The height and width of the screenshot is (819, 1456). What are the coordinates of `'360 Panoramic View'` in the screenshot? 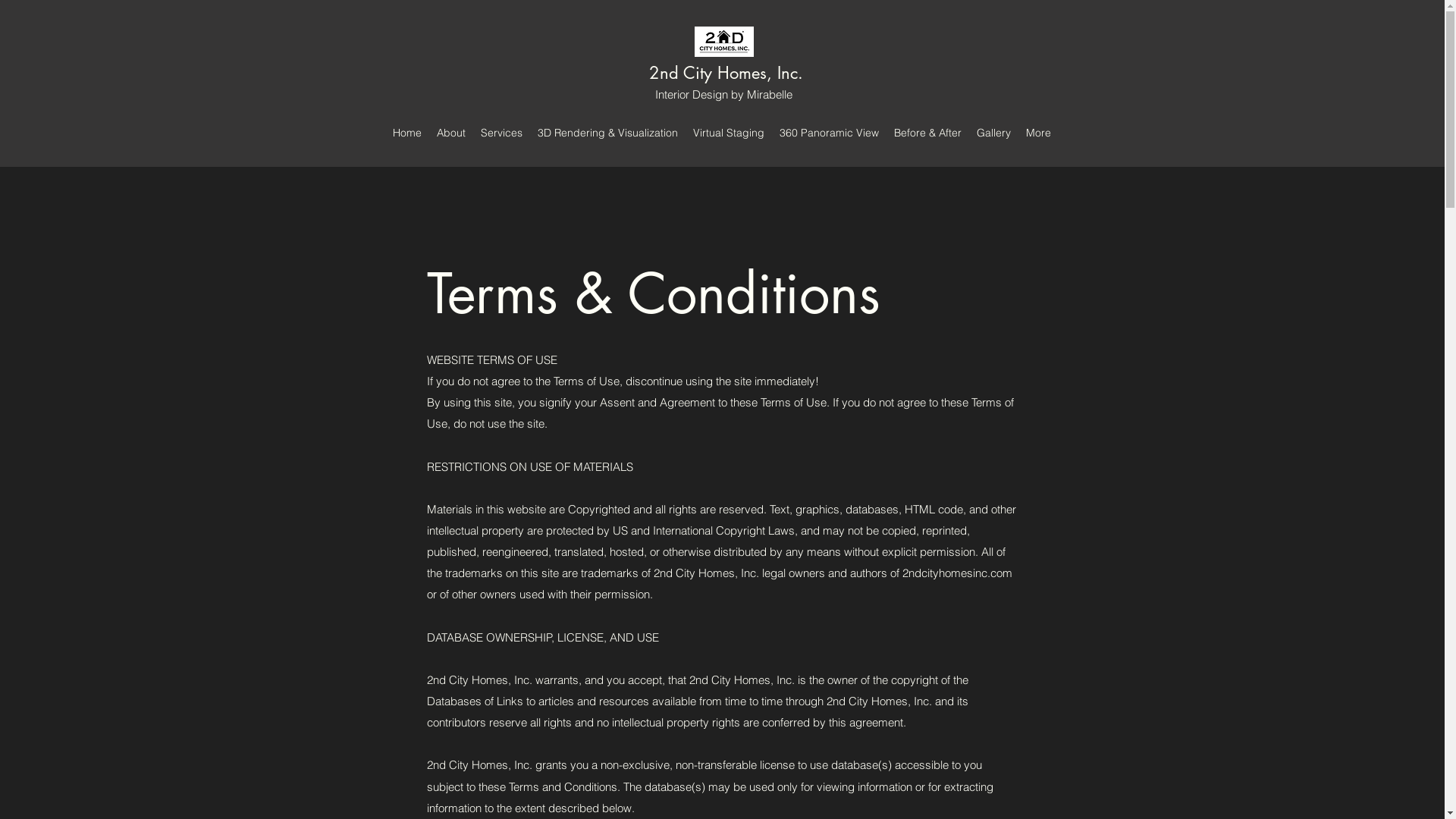 It's located at (828, 131).